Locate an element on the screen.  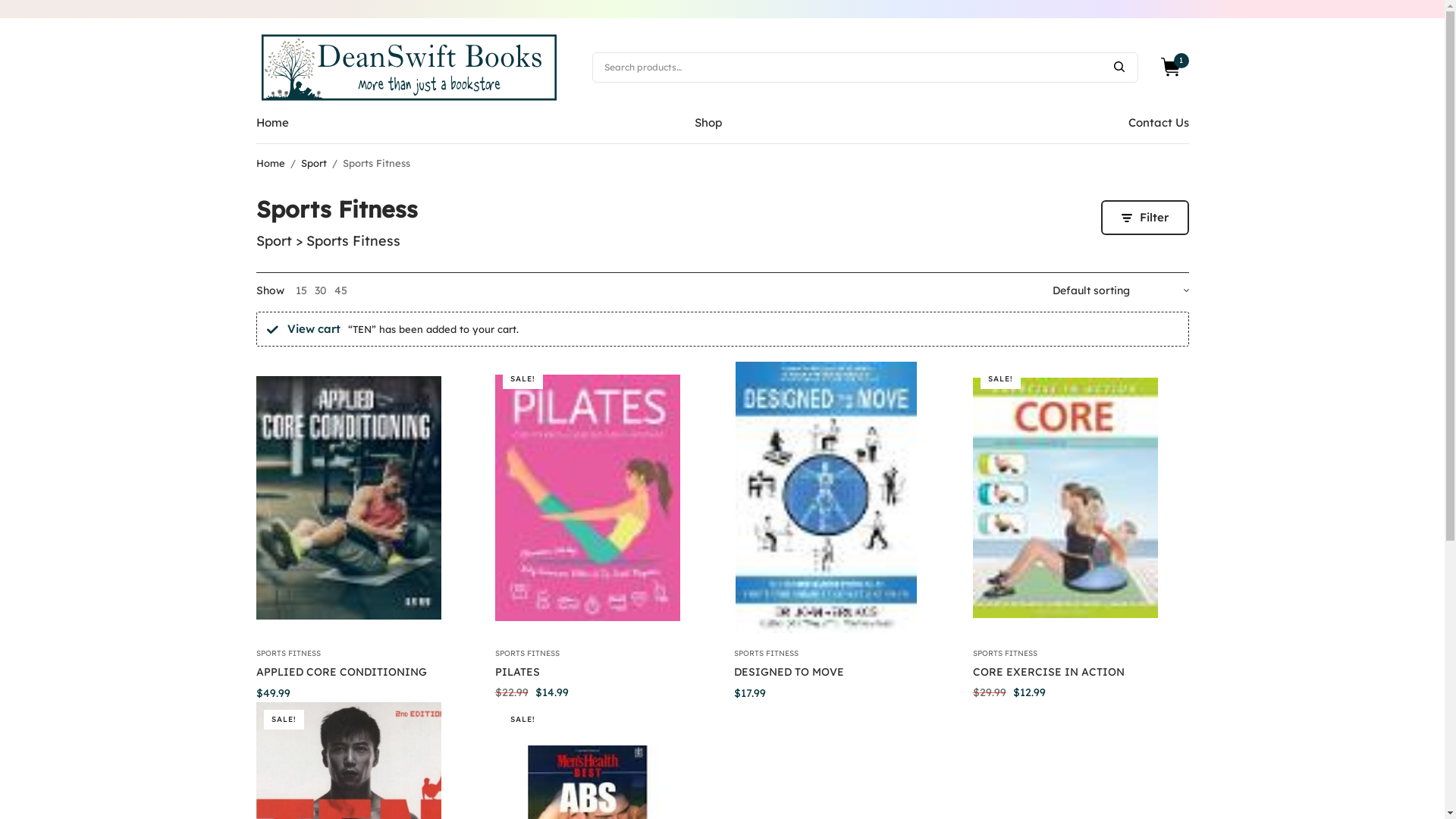
'SPORTS FITNESS' is located at coordinates (766, 652).